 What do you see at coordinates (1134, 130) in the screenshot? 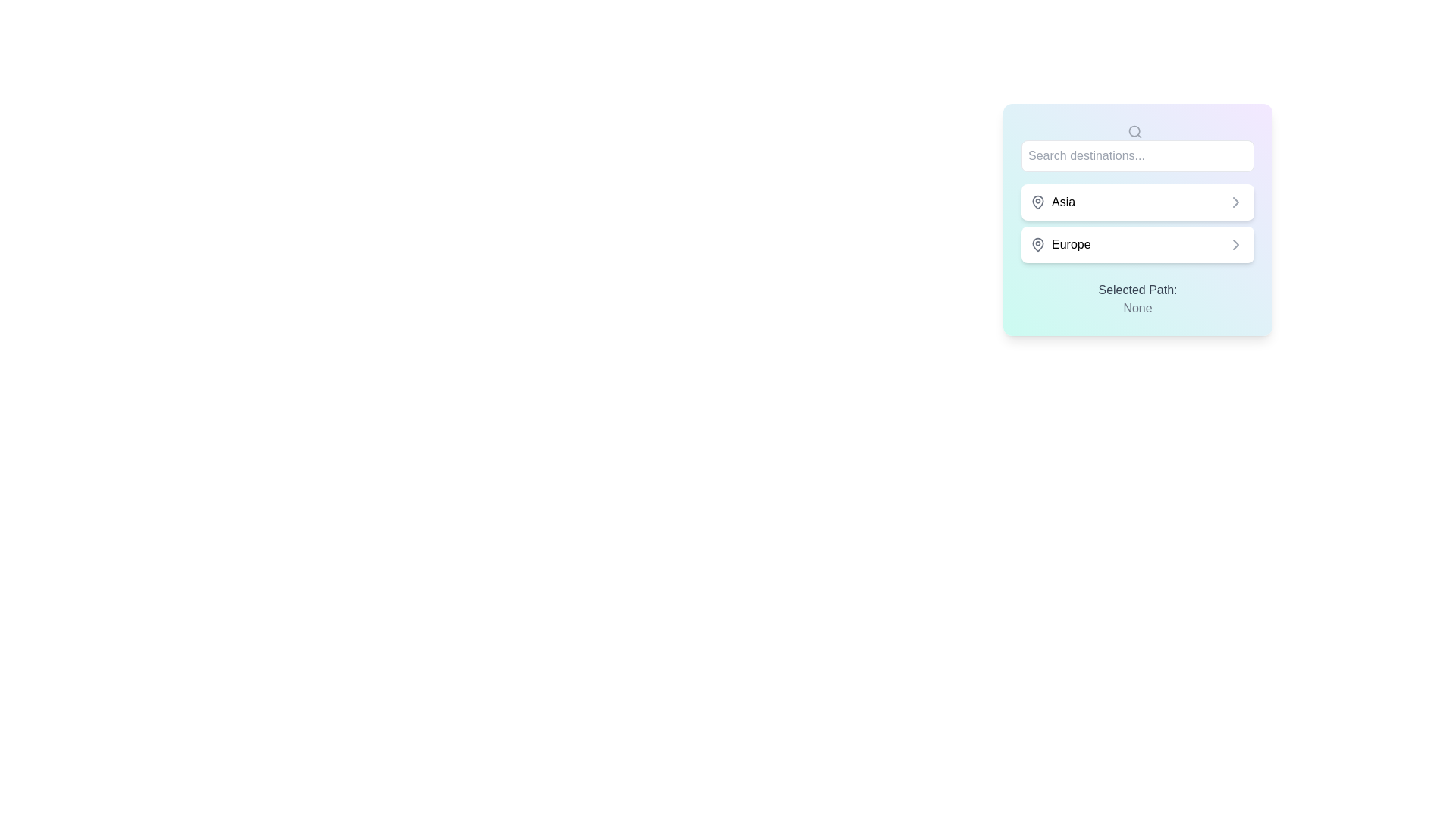
I see `the circular part of the search icon located next to the search text input field in the UI` at bounding box center [1134, 130].